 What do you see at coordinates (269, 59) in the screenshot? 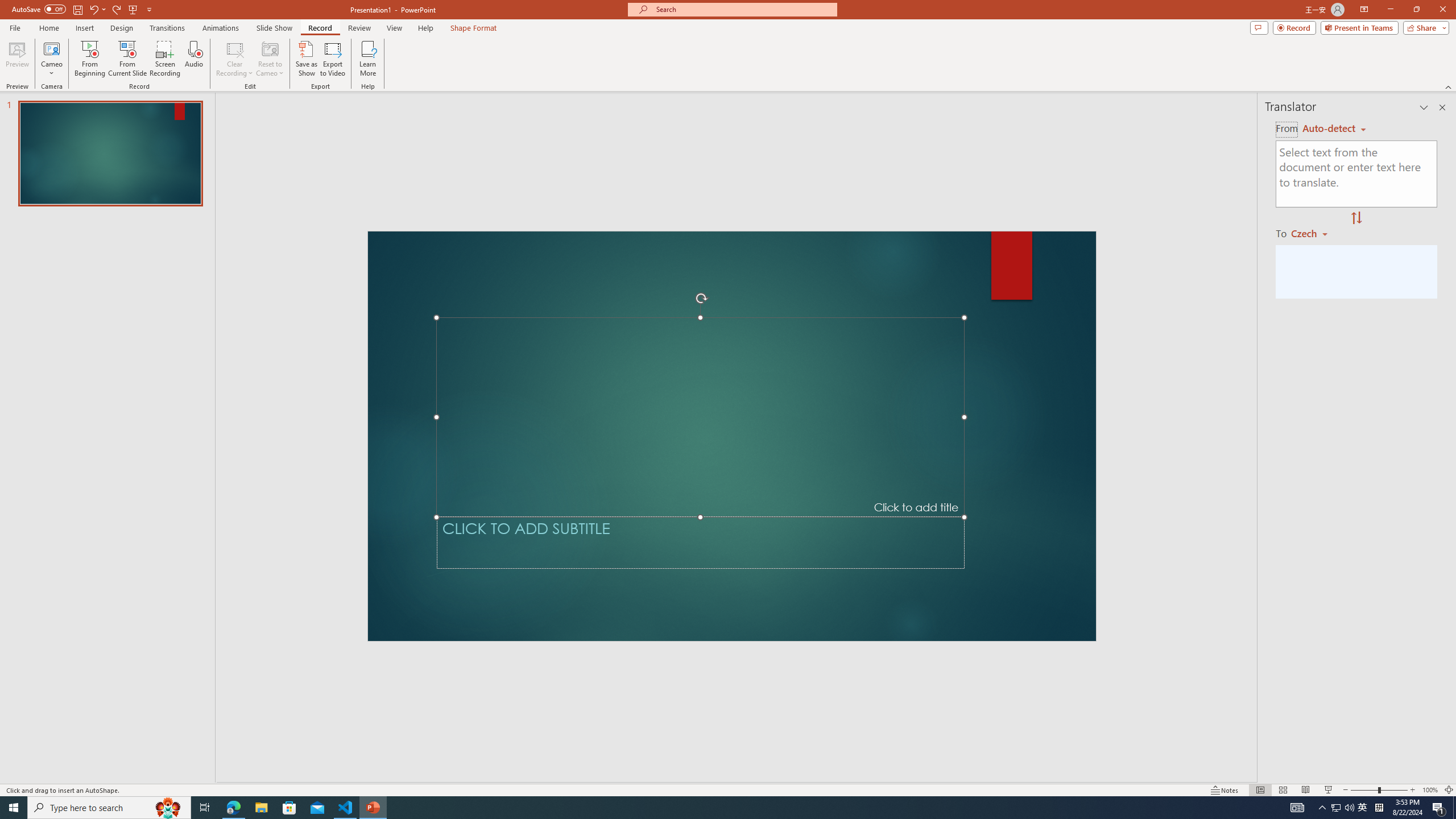
I see `'Reset to Cameo'` at bounding box center [269, 59].